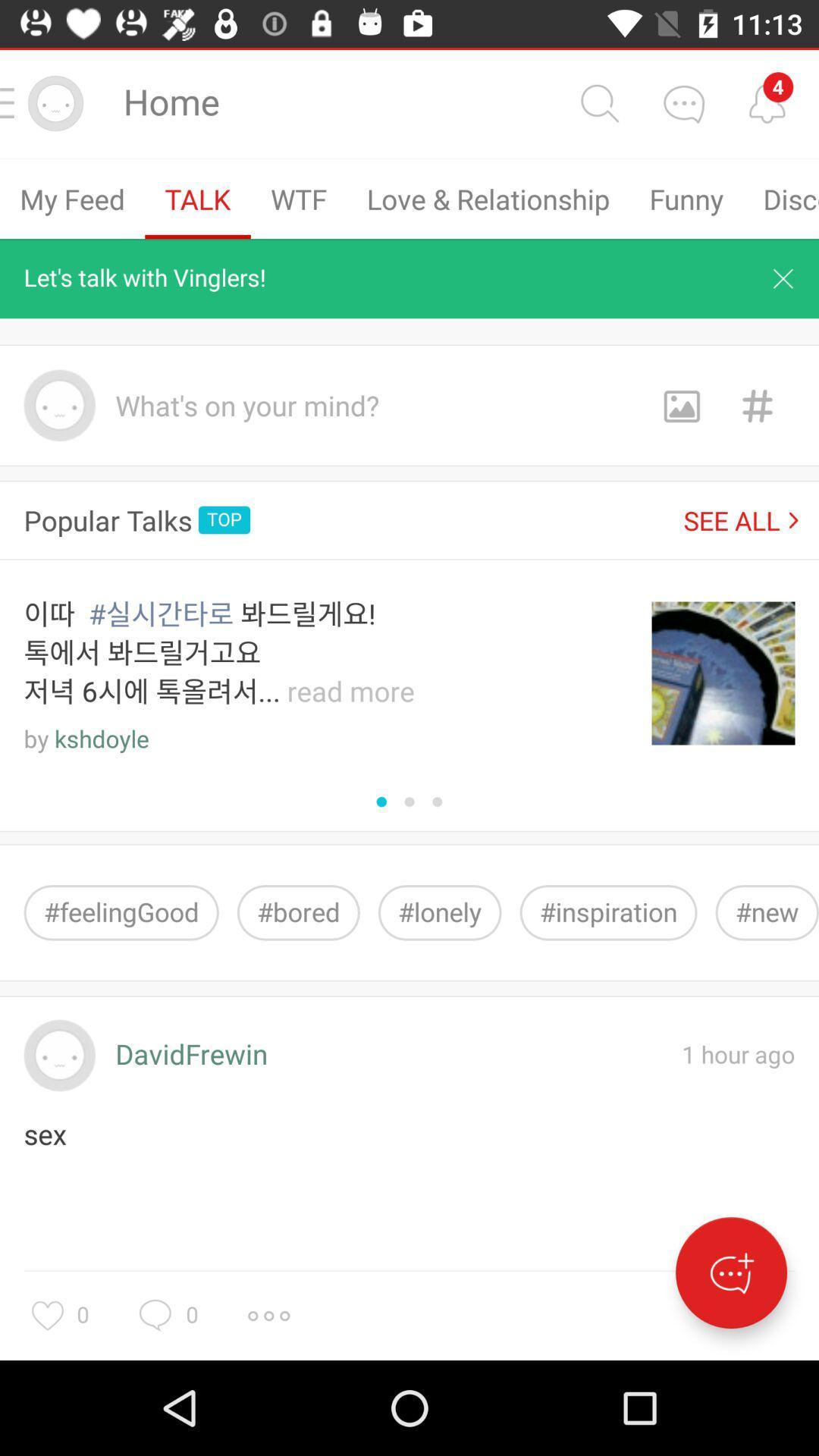 The width and height of the screenshot is (819, 1456). What do you see at coordinates (730, 1272) in the screenshot?
I see `item below 1 hour ago icon` at bounding box center [730, 1272].